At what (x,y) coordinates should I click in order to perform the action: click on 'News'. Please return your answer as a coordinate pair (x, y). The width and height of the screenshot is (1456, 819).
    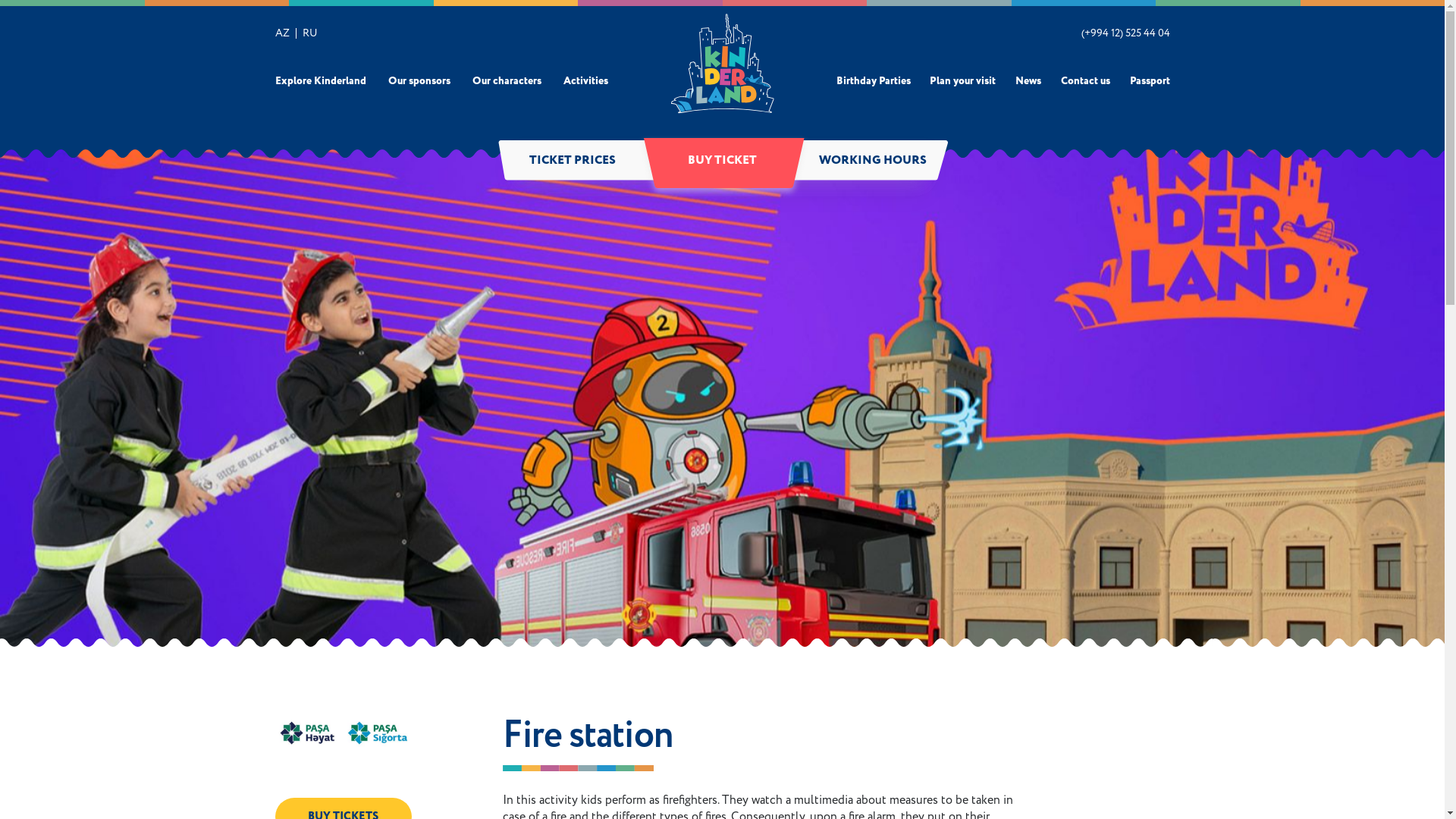
    Looking at the image, I should click on (1028, 81).